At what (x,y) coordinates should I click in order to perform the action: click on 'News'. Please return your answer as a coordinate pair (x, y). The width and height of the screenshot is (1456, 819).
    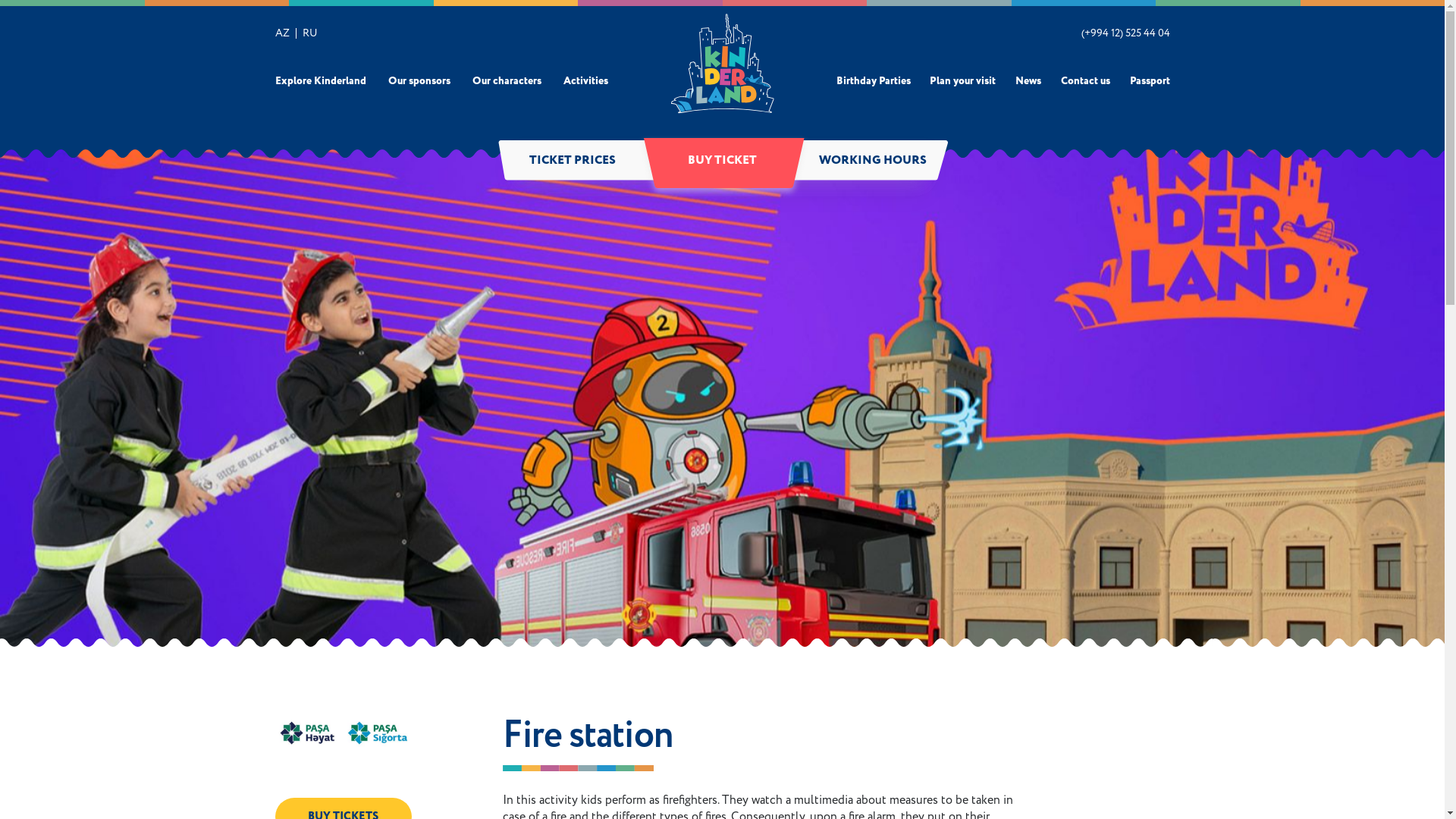
    Looking at the image, I should click on (1028, 81).